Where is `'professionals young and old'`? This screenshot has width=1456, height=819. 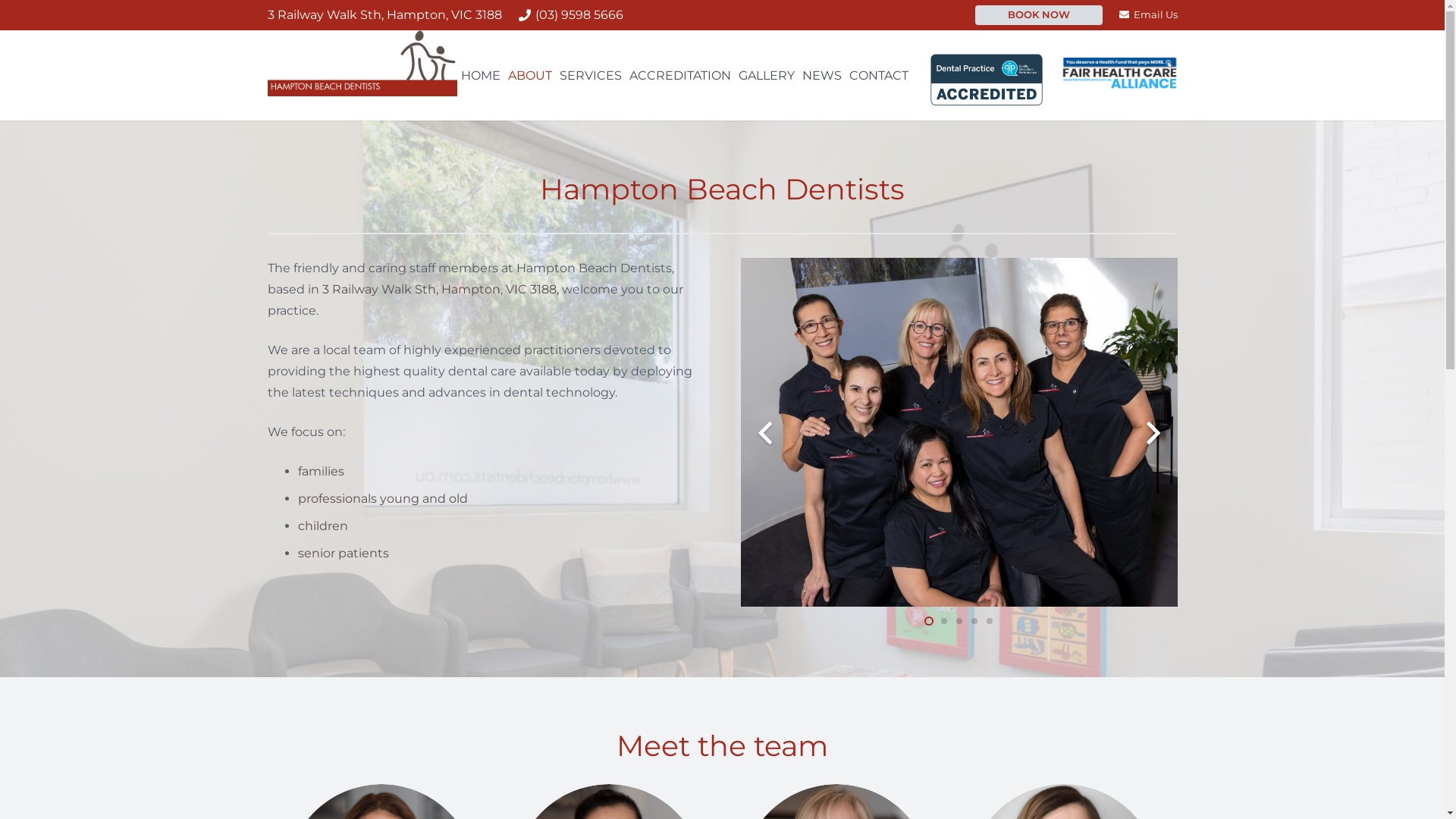 'professionals young and old' is located at coordinates (382, 498).